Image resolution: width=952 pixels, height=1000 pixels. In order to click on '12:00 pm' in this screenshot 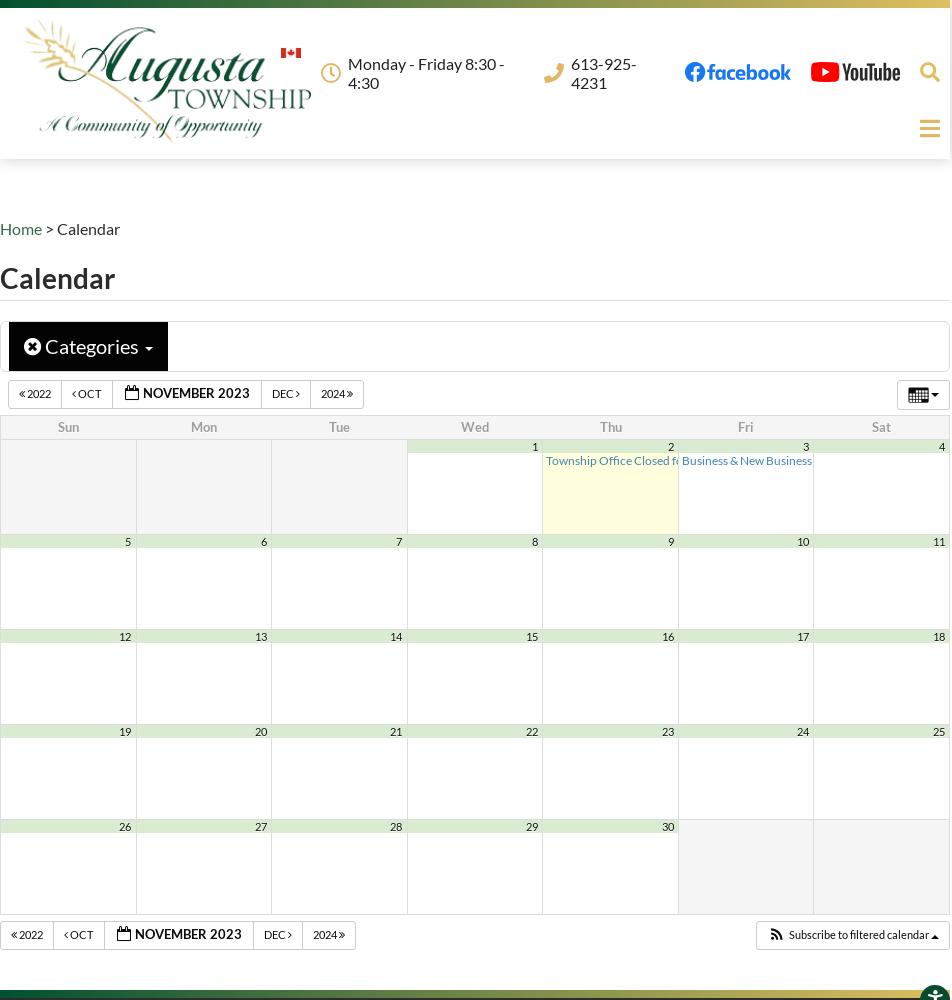, I will do `click(769, 459)`.